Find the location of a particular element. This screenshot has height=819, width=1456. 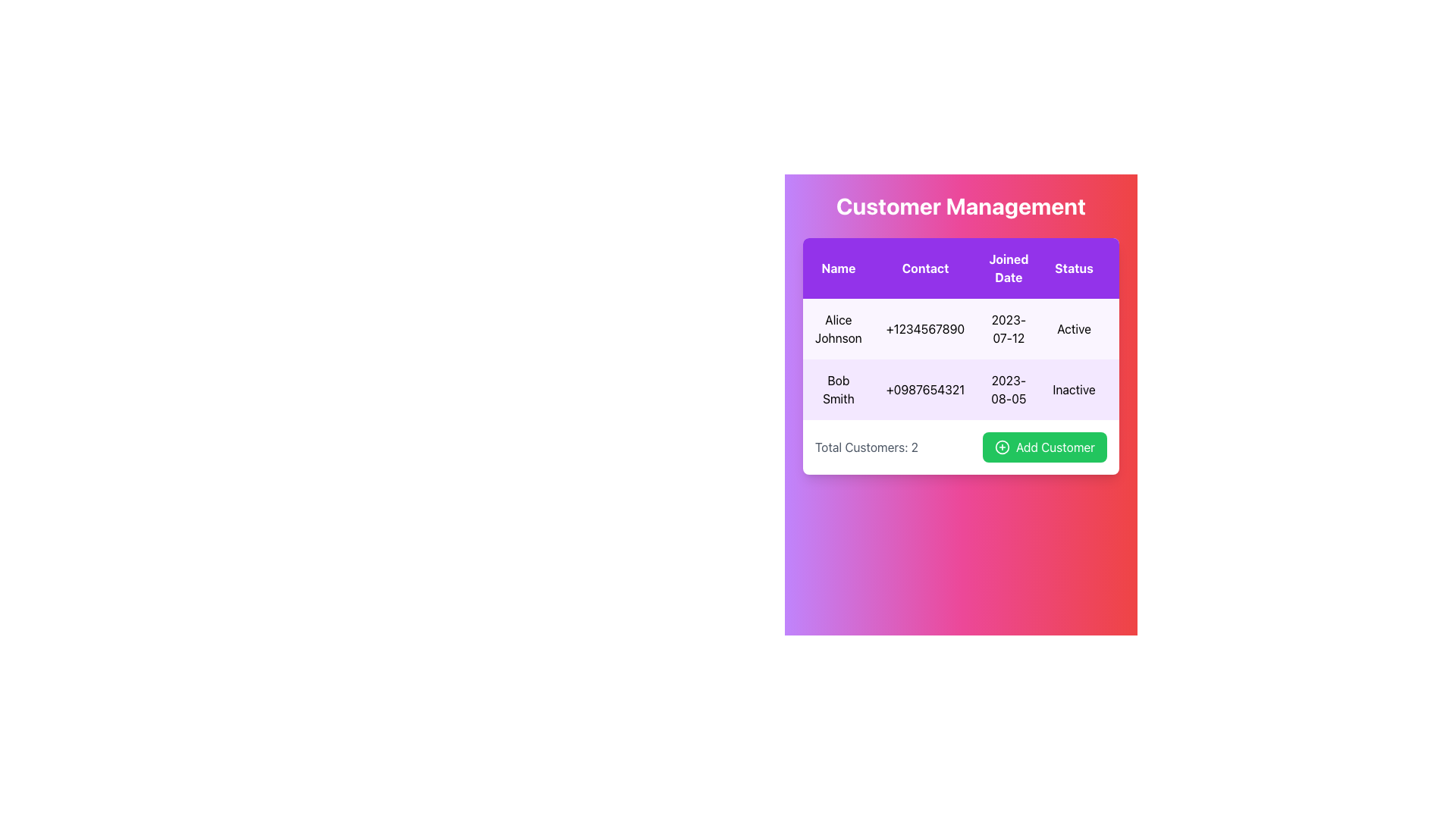

the 'Joined Date' text label element is located at coordinates (1009, 268).